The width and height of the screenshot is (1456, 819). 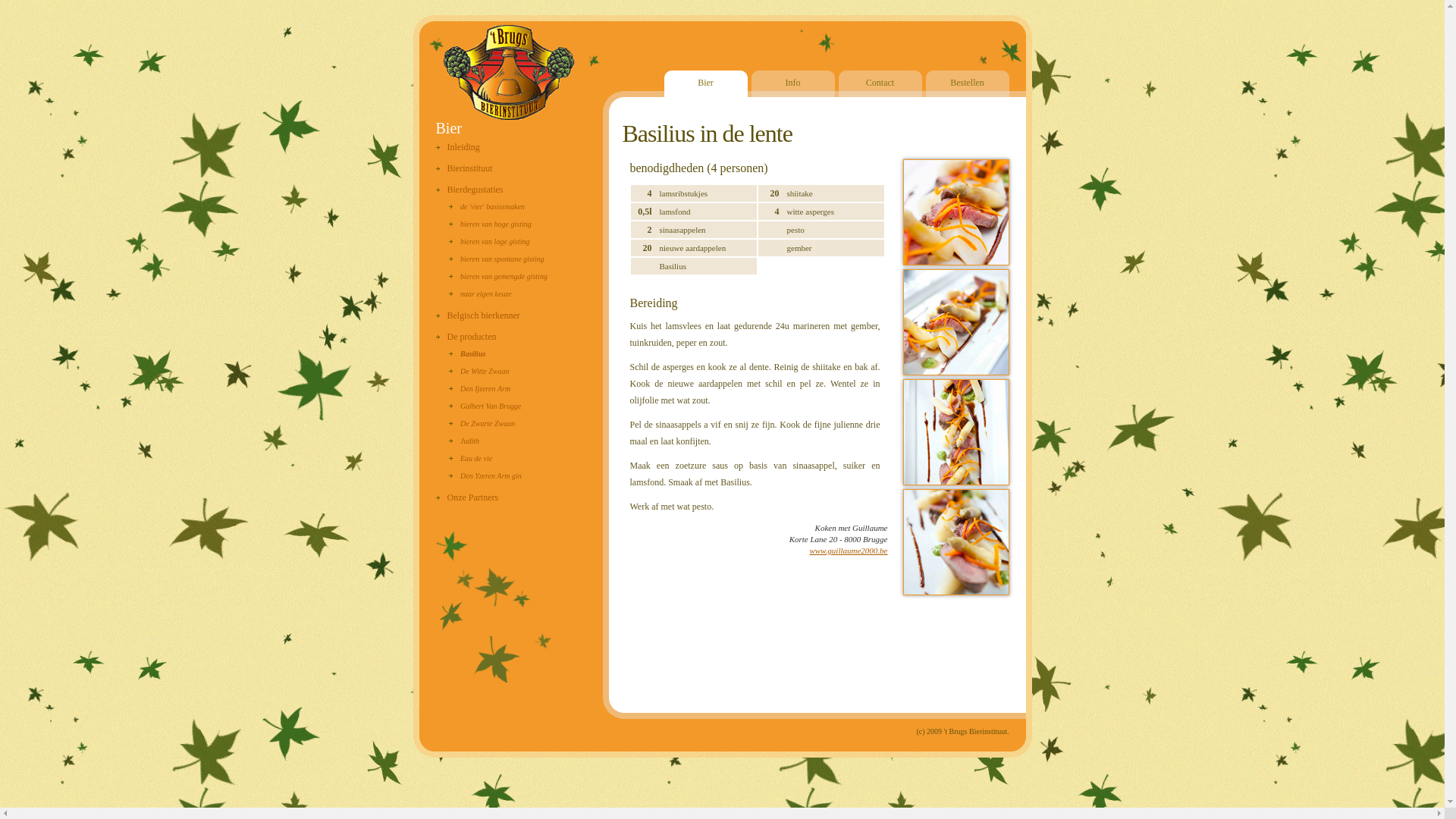 I want to click on 'Bestellen', so click(x=966, y=83).